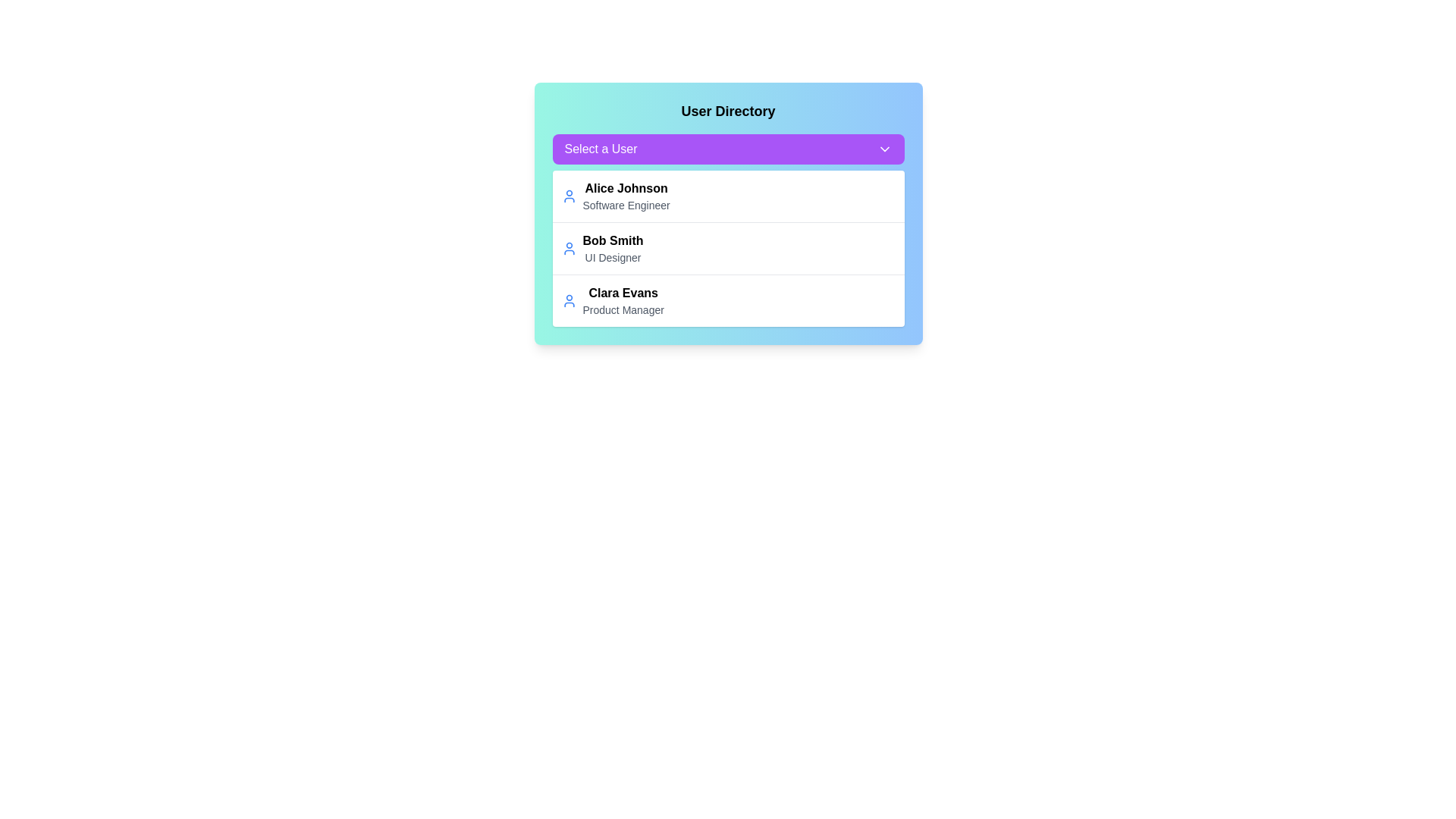 This screenshot has height=819, width=1456. Describe the element at coordinates (613, 256) in the screenshot. I see `the static text label 'UI Designer' which is displayed in light gray color, positioned below 'Bob Smith' in the user directory layout` at that location.